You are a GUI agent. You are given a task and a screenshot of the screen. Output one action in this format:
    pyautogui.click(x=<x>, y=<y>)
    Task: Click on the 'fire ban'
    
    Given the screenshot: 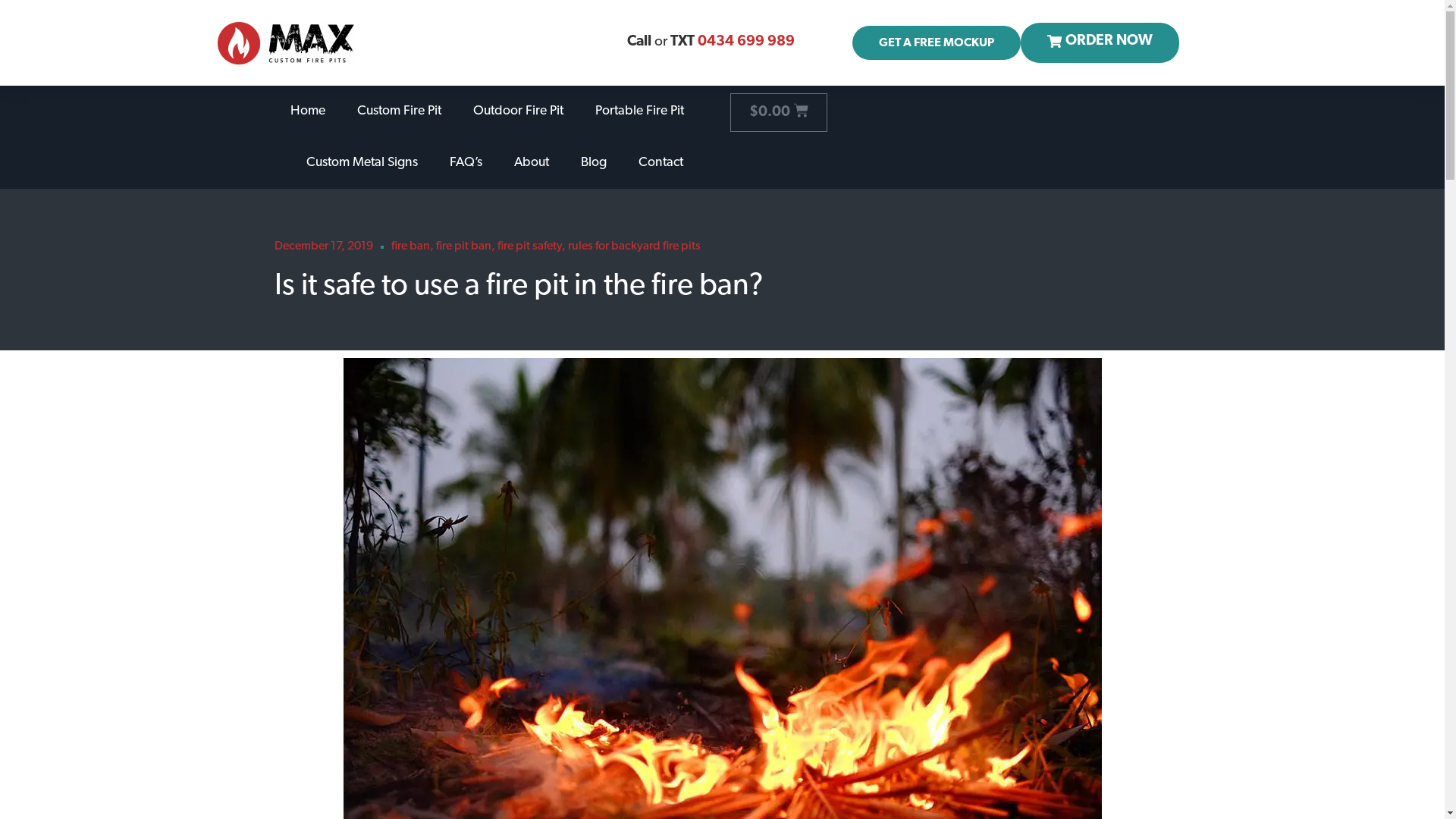 What is the action you would take?
    pyautogui.click(x=410, y=245)
    